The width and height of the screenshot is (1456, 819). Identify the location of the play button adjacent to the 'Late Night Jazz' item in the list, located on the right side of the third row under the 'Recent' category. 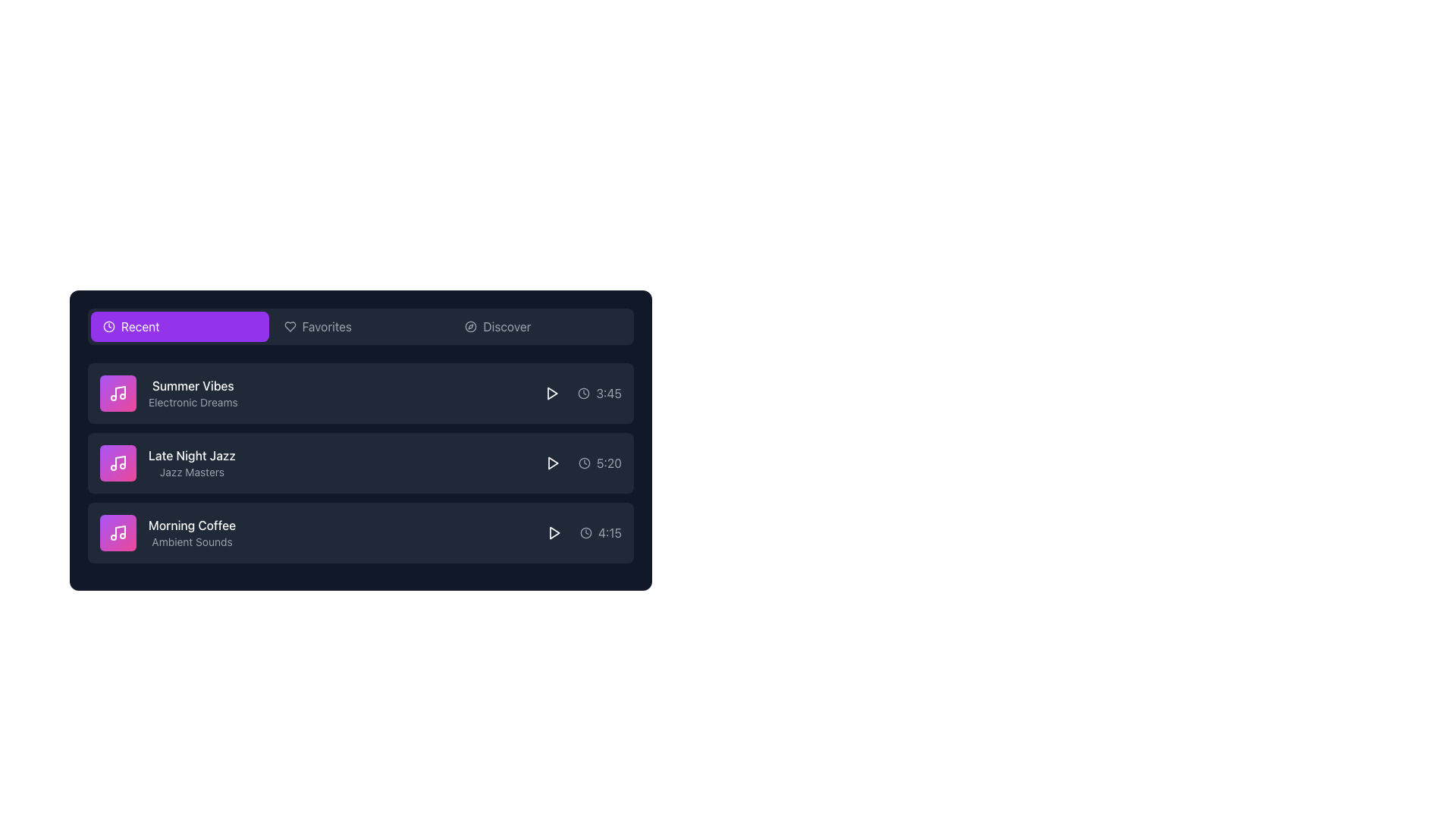
(579, 462).